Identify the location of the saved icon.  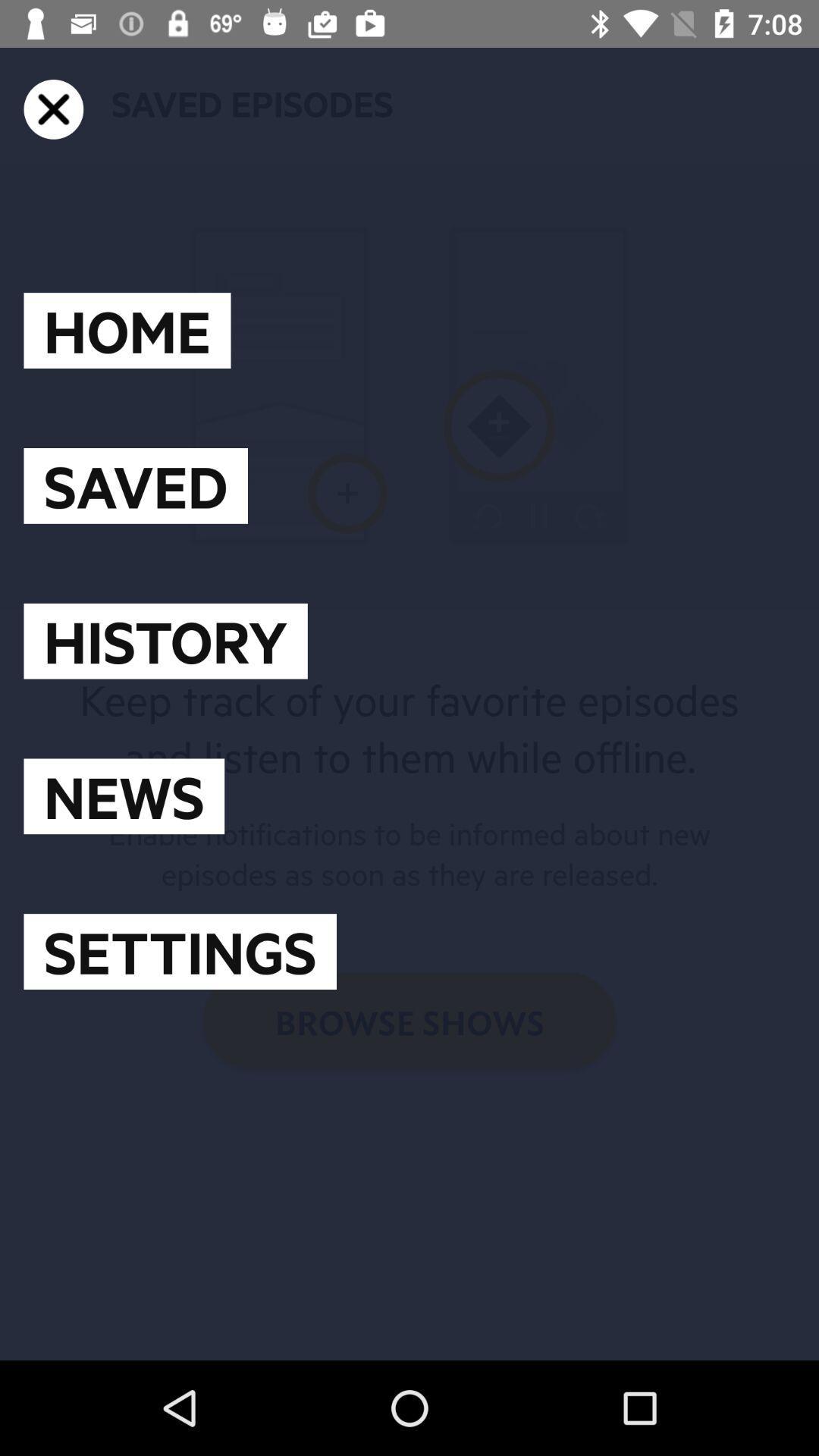
(135, 485).